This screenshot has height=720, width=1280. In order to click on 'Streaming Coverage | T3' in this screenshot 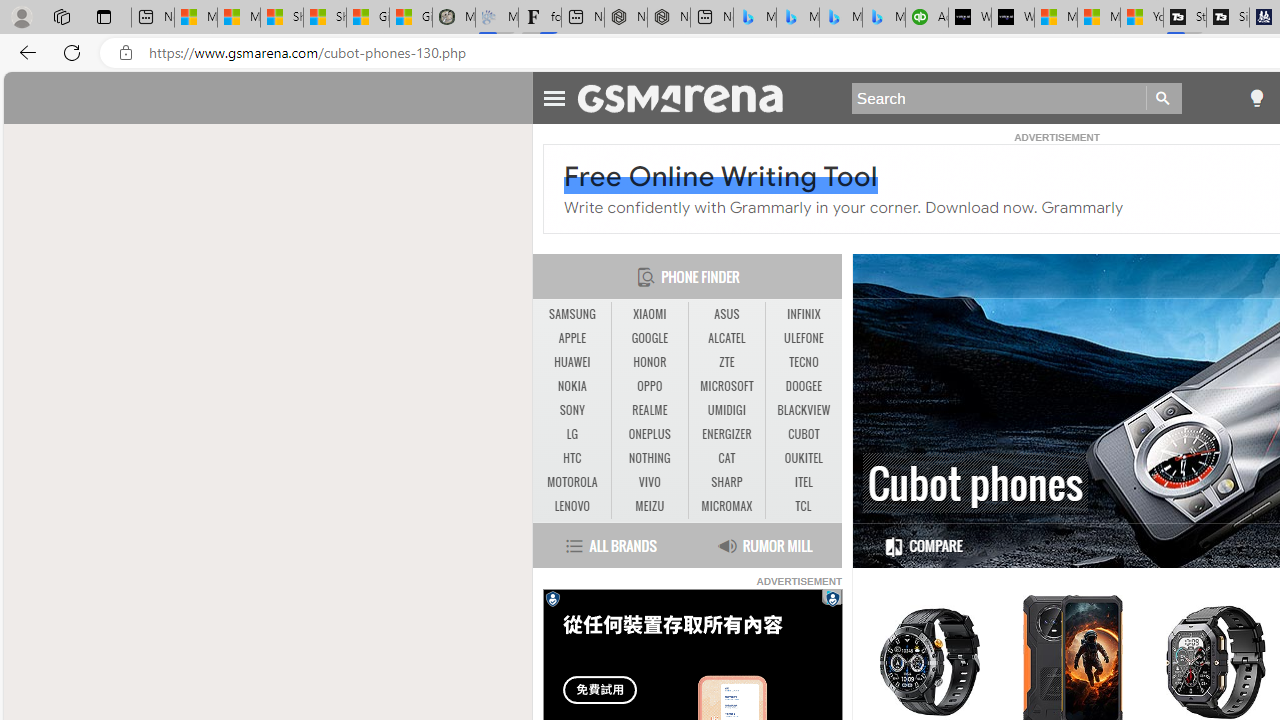, I will do `click(1184, 17)`.